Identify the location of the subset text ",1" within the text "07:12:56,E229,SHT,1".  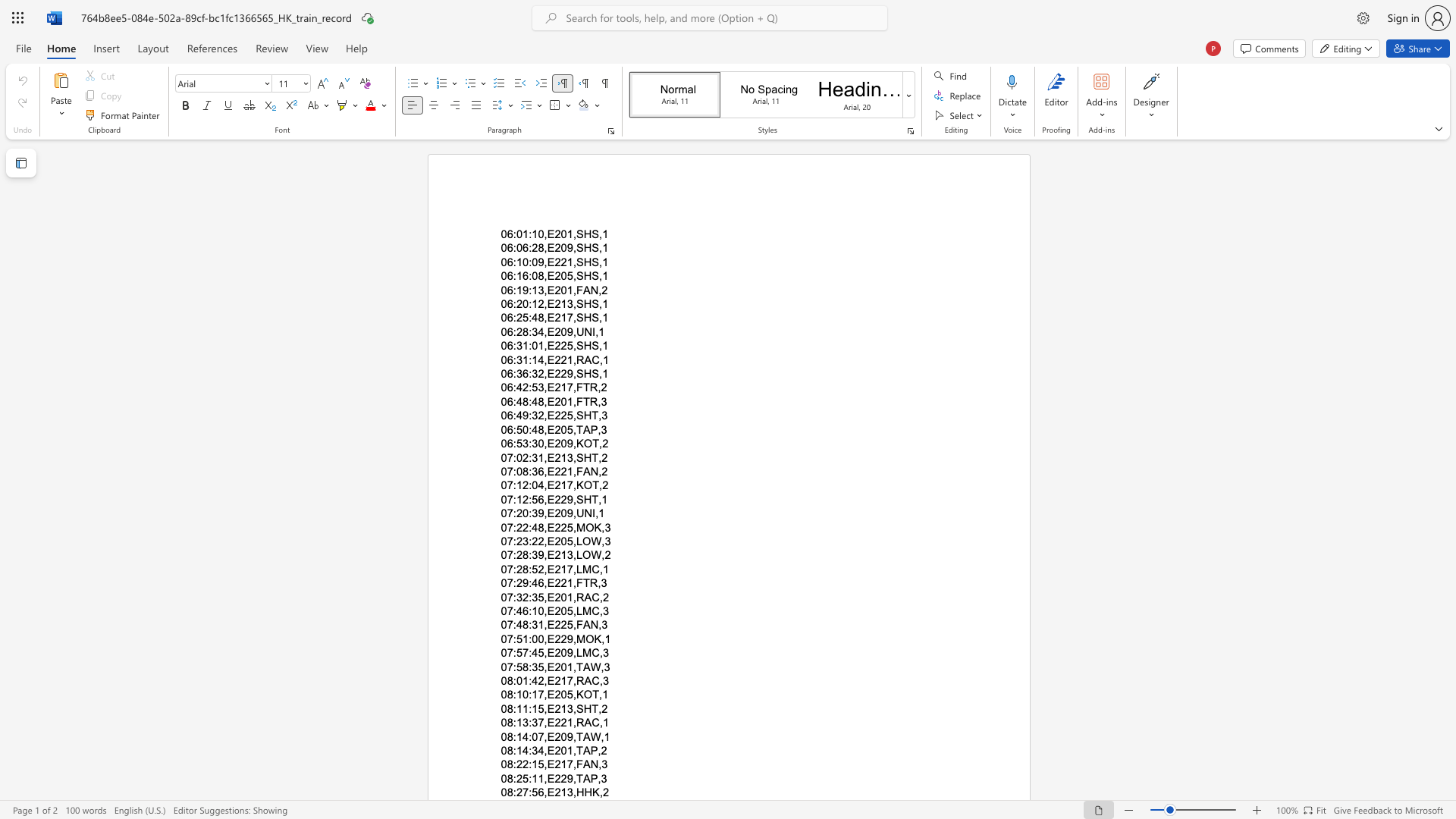
(598, 499).